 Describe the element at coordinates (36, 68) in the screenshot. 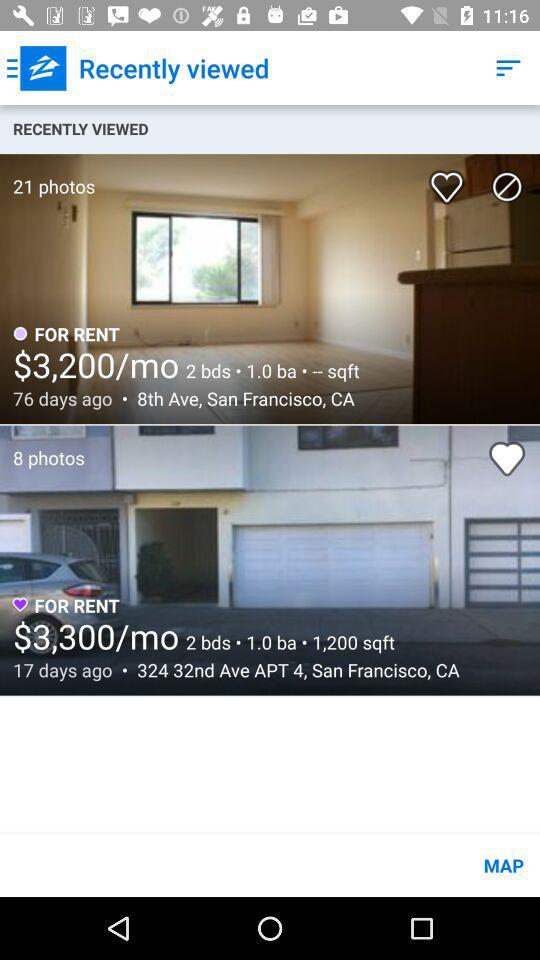

I see `item next to the recently viewed app` at that location.